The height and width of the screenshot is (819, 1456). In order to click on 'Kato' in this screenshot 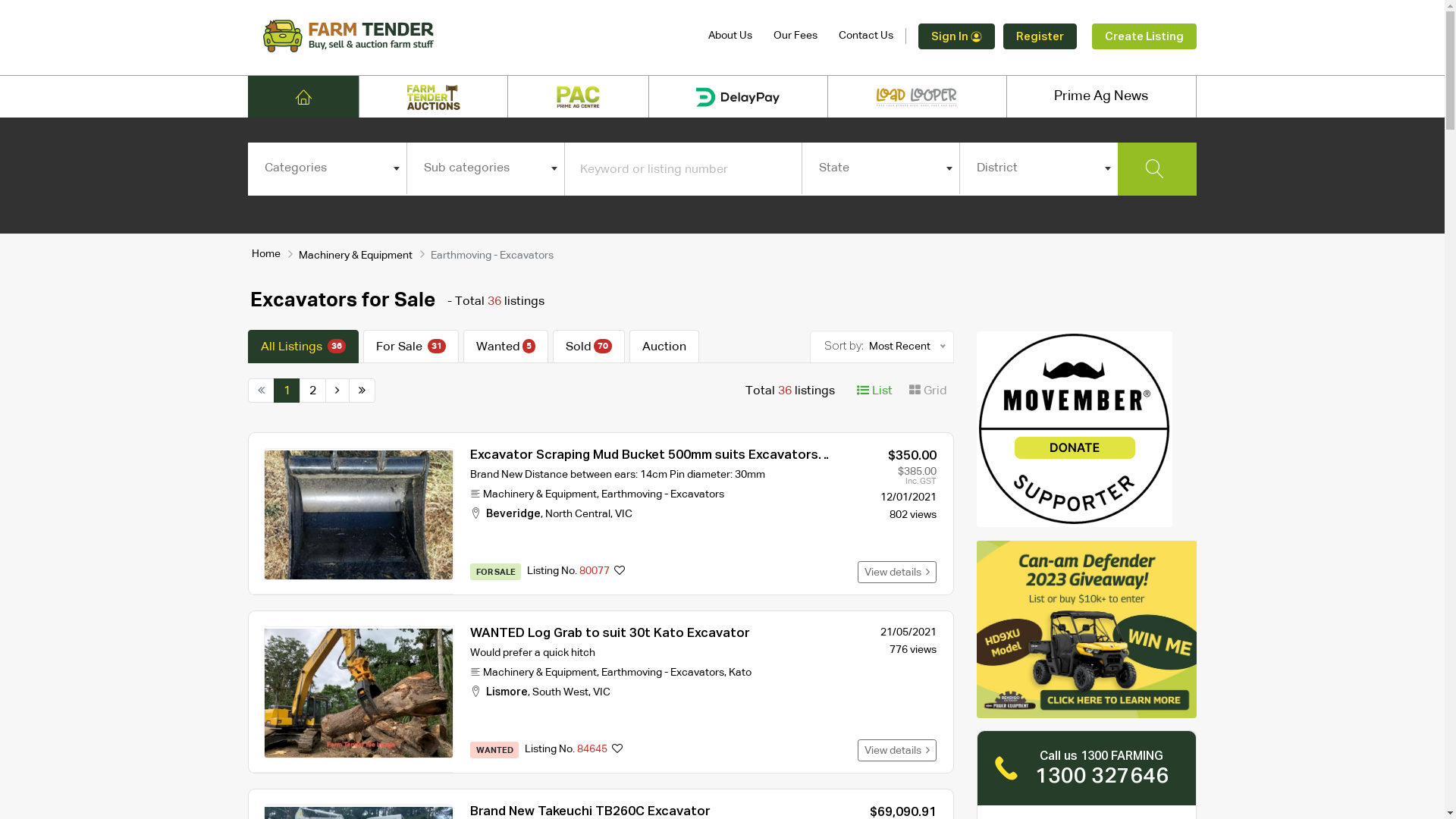, I will do `click(739, 672)`.